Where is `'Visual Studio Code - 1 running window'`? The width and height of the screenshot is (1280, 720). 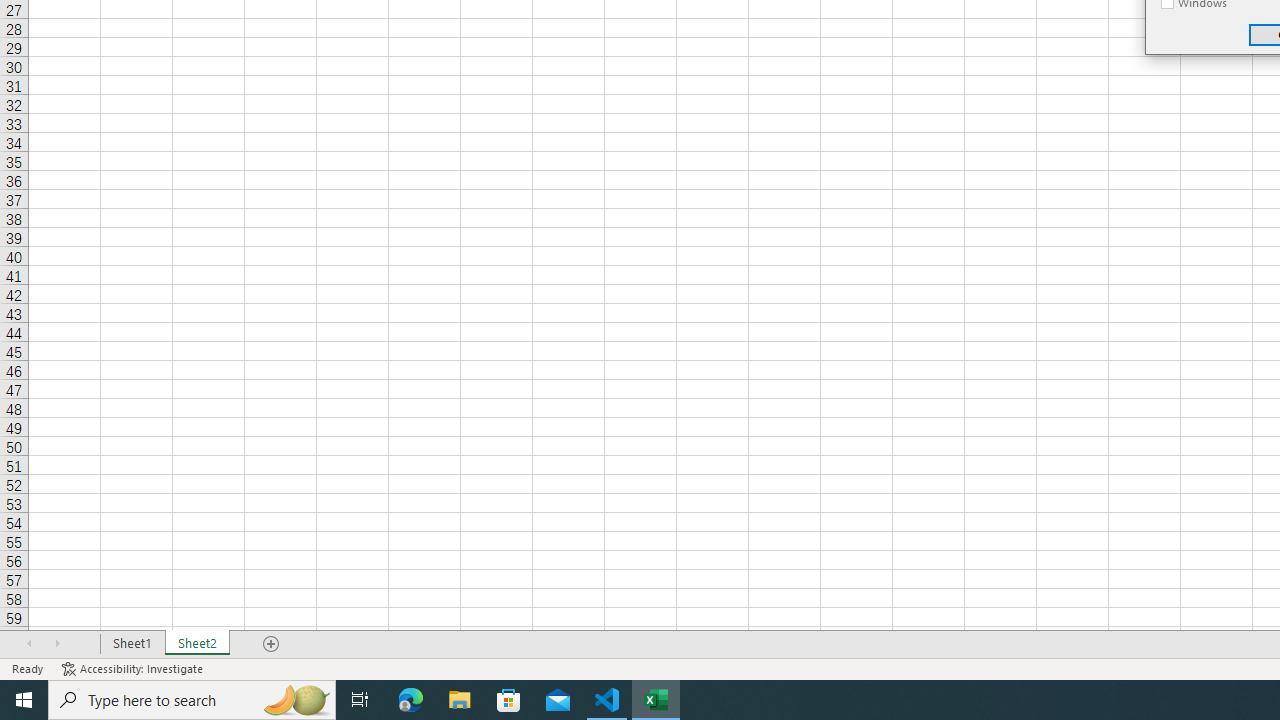
'Visual Studio Code - 1 running window' is located at coordinates (606, 698).